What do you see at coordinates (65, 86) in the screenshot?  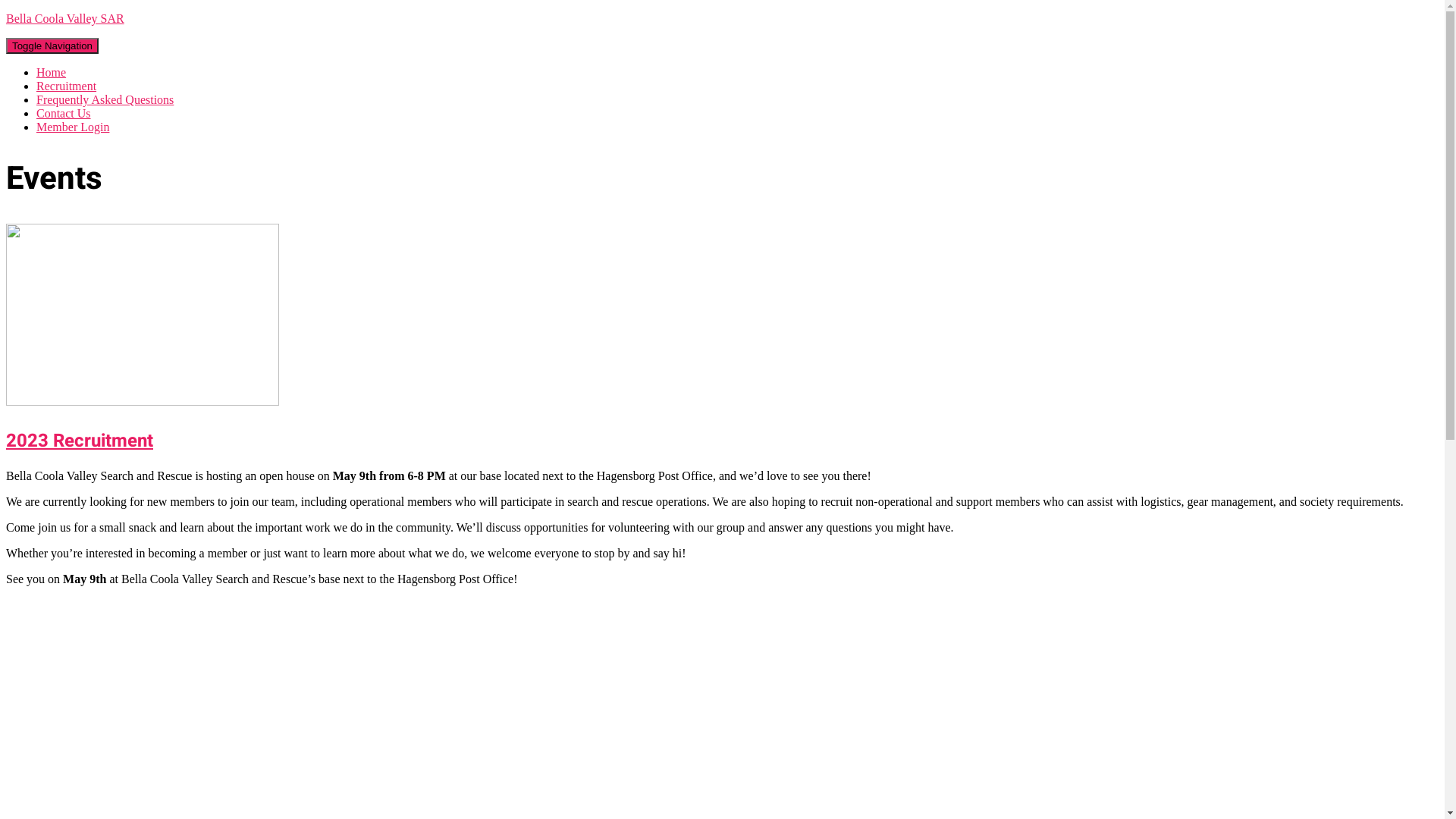 I see `'Recruitment'` at bounding box center [65, 86].